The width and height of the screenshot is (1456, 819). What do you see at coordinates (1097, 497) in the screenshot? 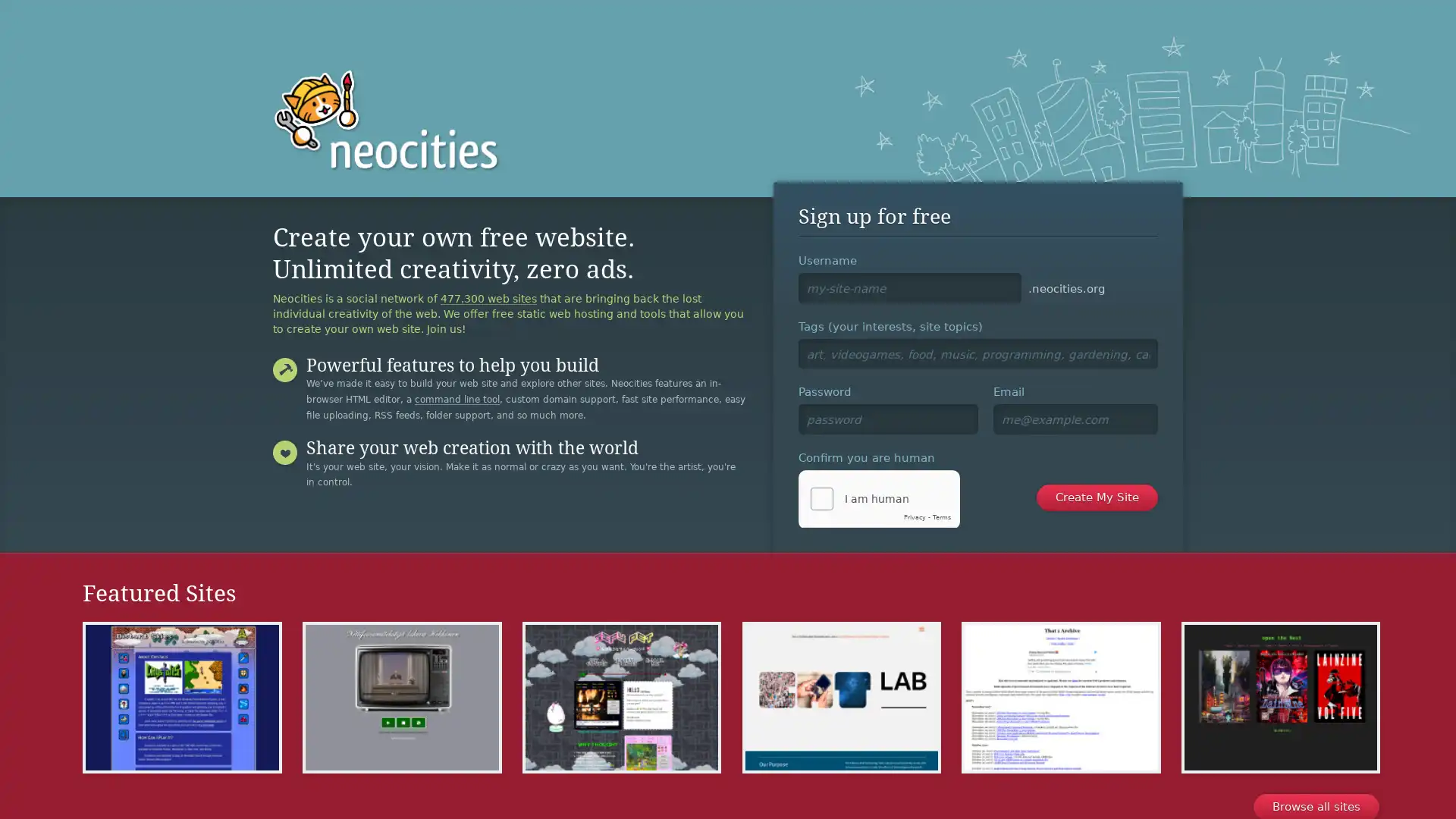
I see `Create My Site` at bounding box center [1097, 497].